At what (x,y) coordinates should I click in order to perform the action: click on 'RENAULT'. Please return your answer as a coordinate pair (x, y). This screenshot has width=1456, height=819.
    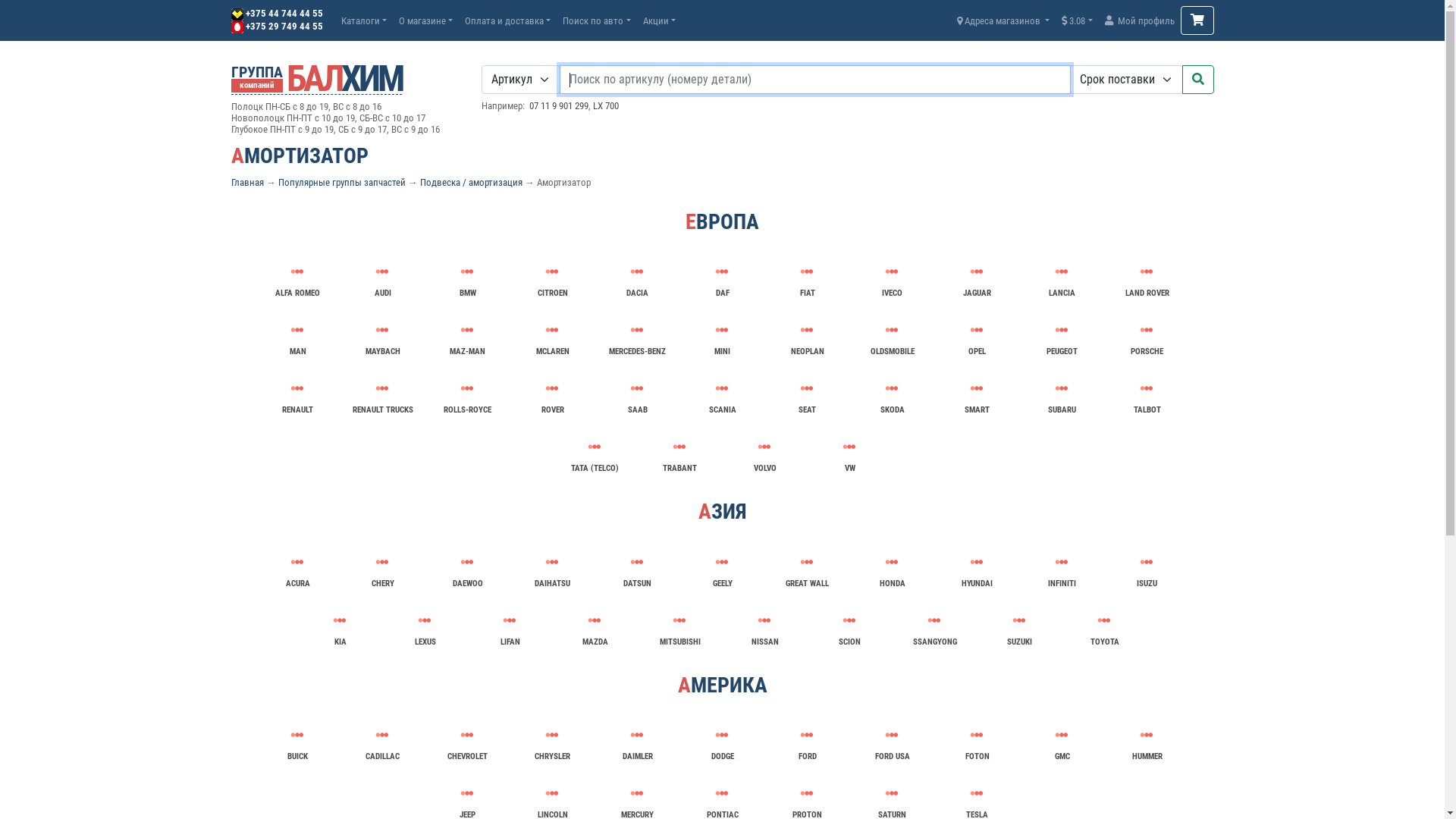
    Looking at the image, I should click on (258, 393).